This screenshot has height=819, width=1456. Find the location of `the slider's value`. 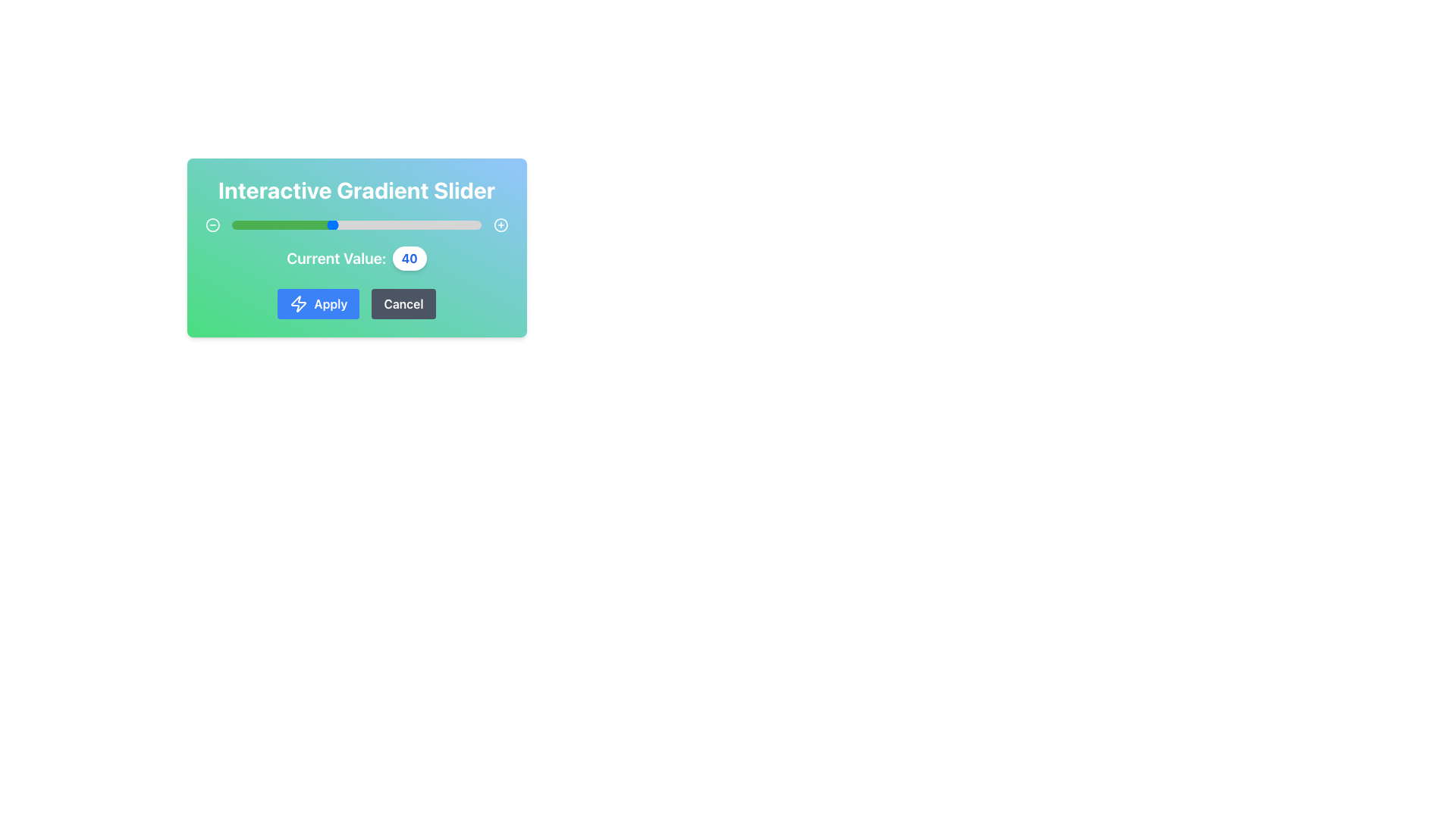

the slider's value is located at coordinates (311, 225).